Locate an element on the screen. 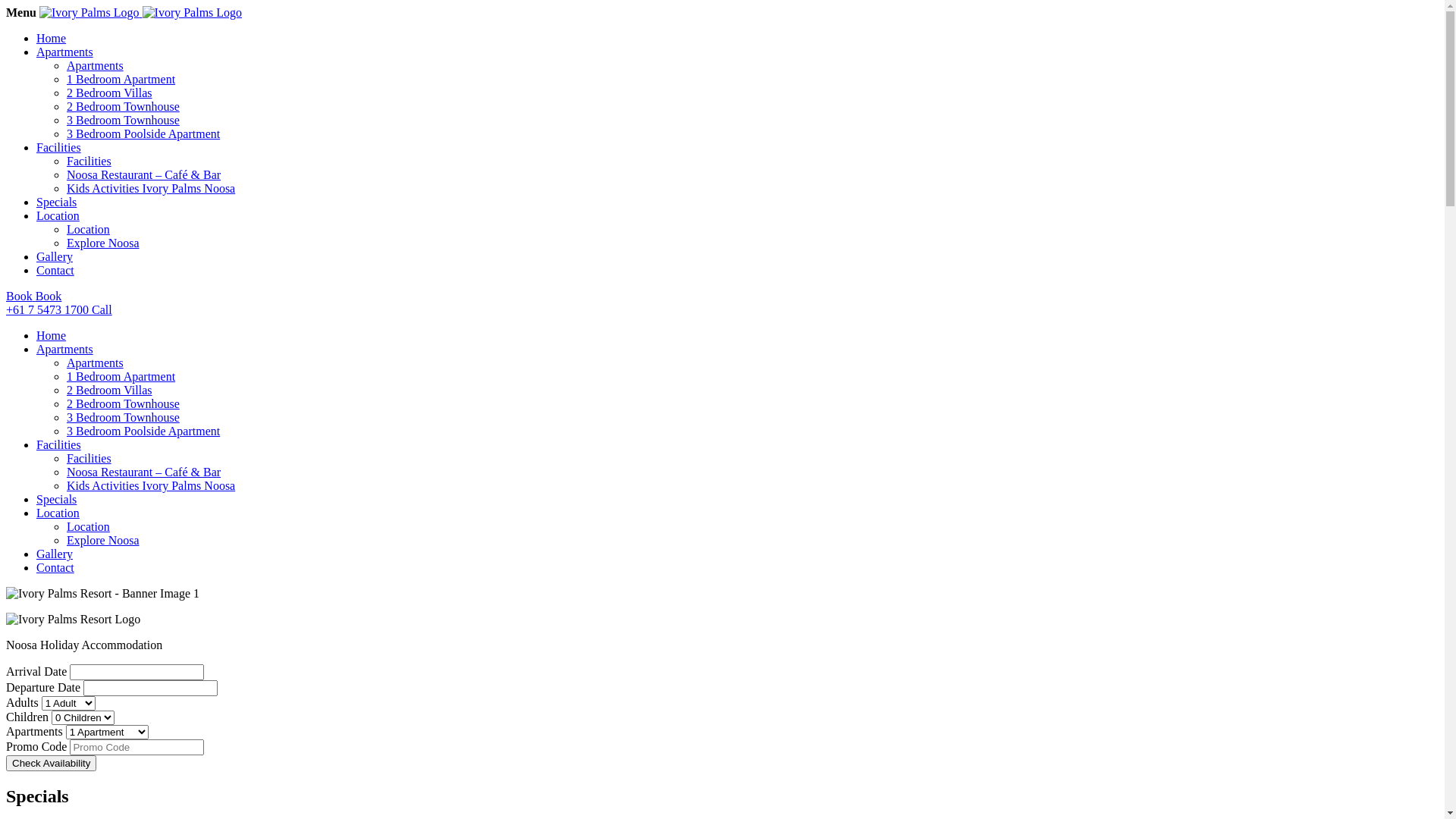 The height and width of the screenshot is (819, 1456). 'Facilities' is located at coordinates (88, 457).